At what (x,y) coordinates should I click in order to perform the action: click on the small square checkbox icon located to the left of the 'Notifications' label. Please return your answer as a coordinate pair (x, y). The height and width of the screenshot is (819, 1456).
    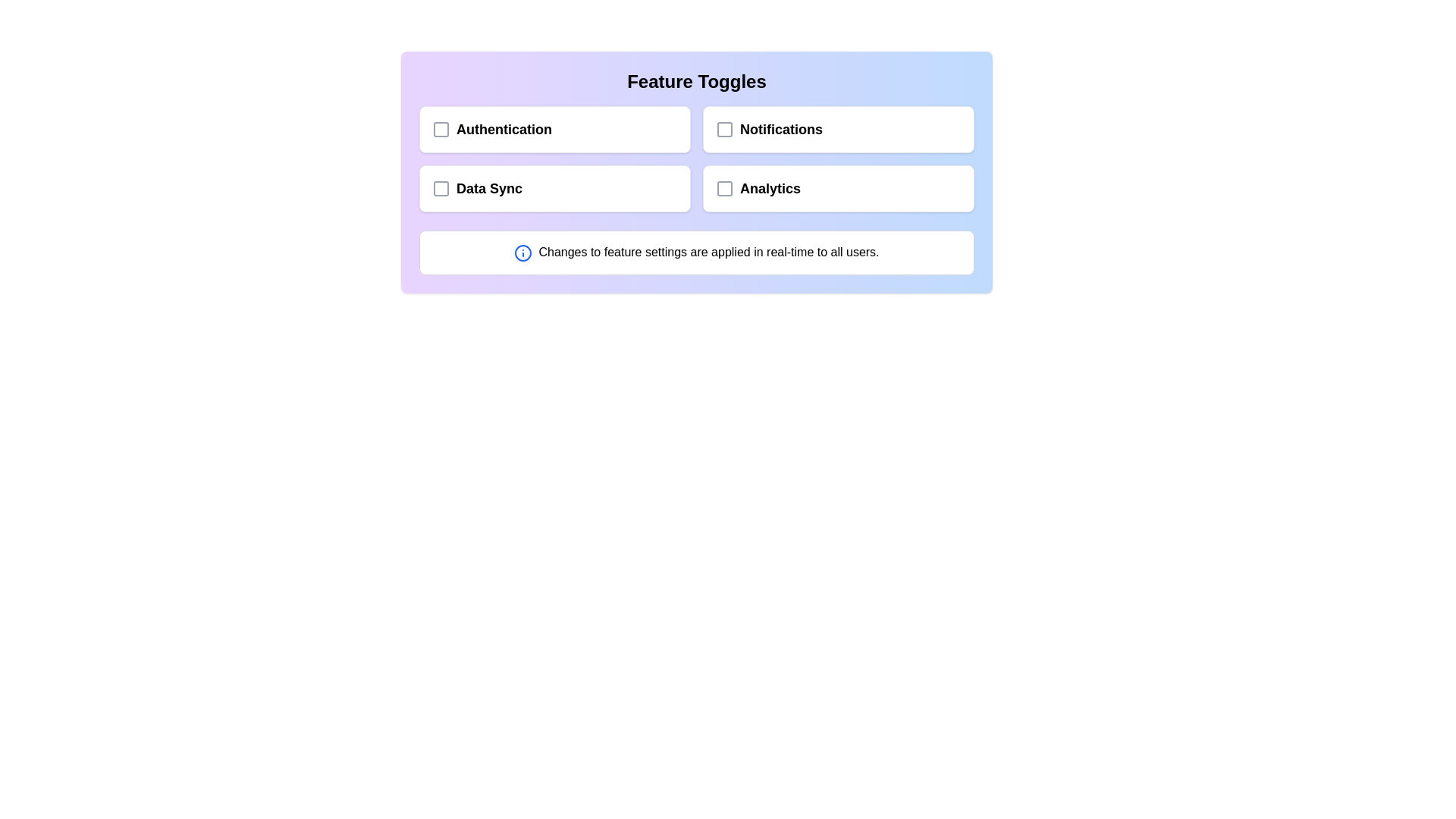
    Looking at the image, I should click on (723, 128).